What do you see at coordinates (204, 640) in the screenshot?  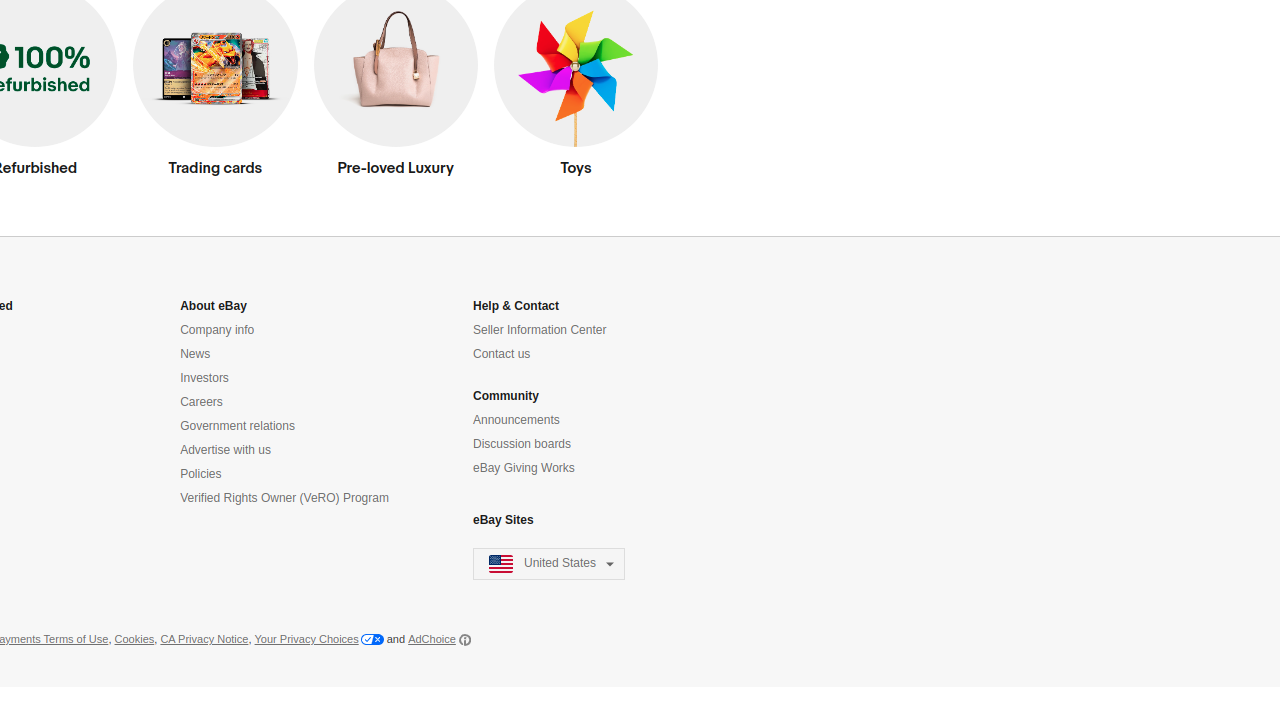 I see `'CA Privacy Notice'` at bounding box center [204, 640].